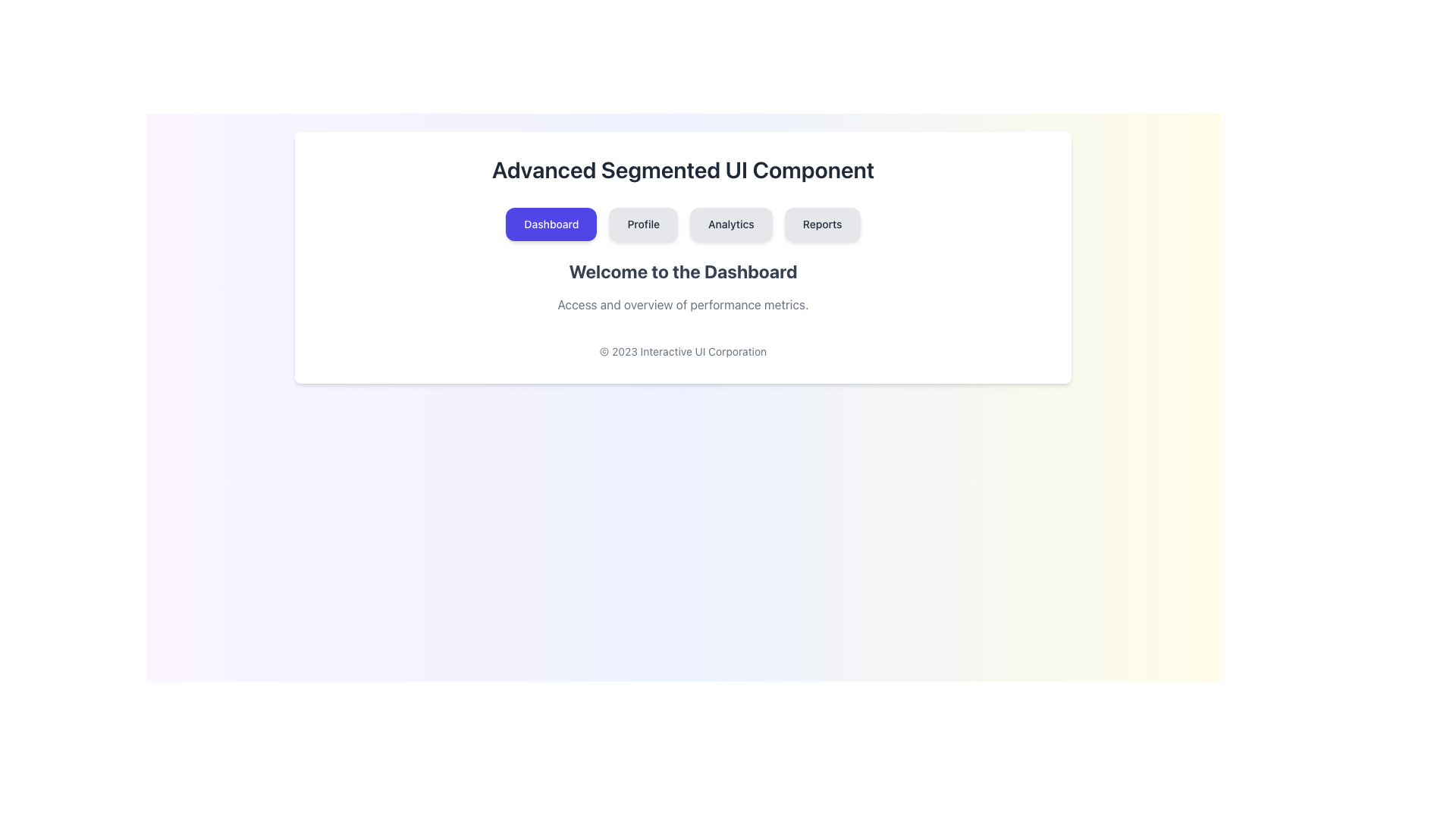  What do you see at coordinates (550, 224) in the screenshot?
I see `the 'Dashboard' button located at the top left of the panel` at bounding box center [550, 224].